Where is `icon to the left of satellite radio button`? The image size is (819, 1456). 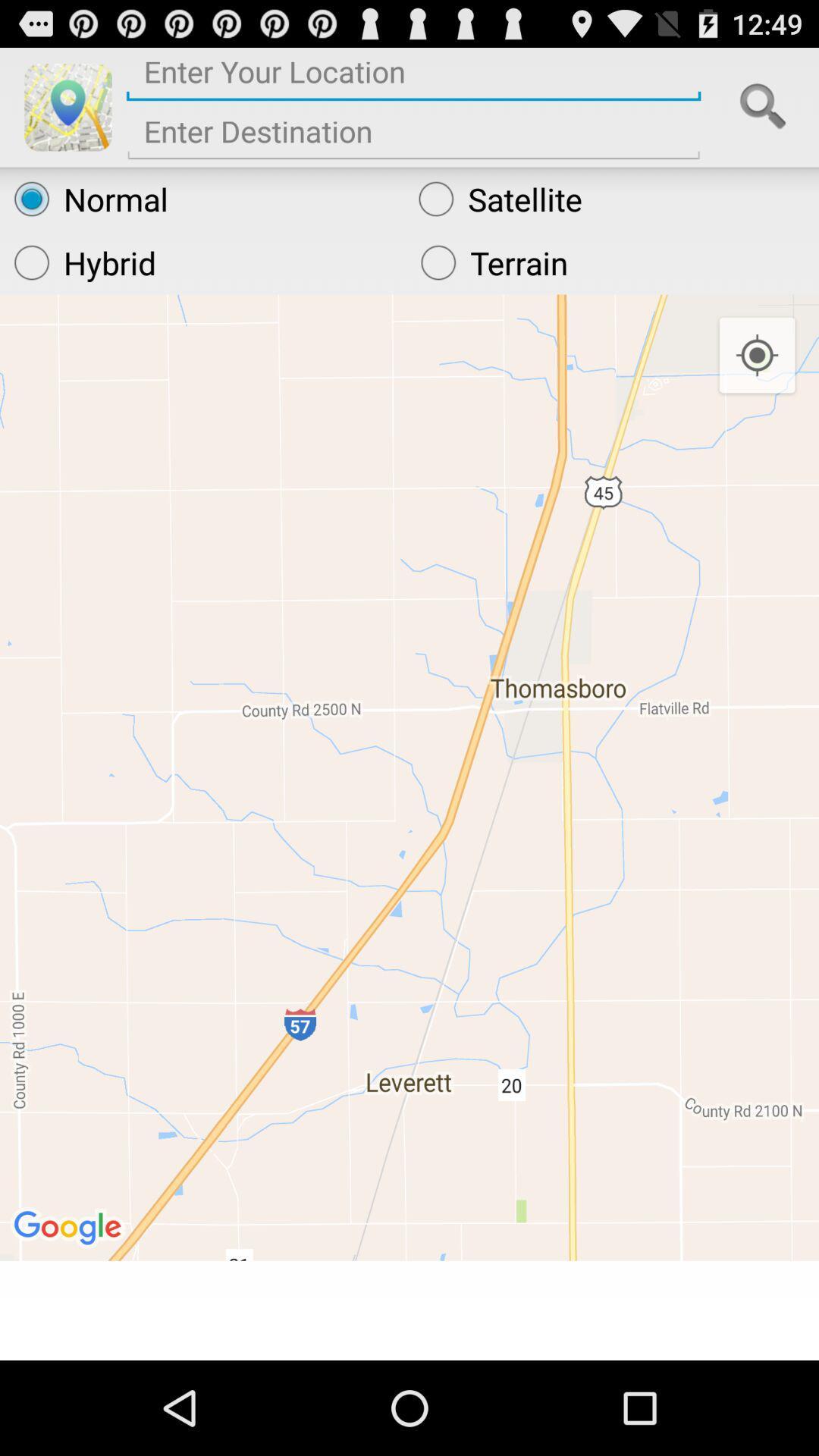
icon to the left of satellite radio button is located at coordinates (201, 198).